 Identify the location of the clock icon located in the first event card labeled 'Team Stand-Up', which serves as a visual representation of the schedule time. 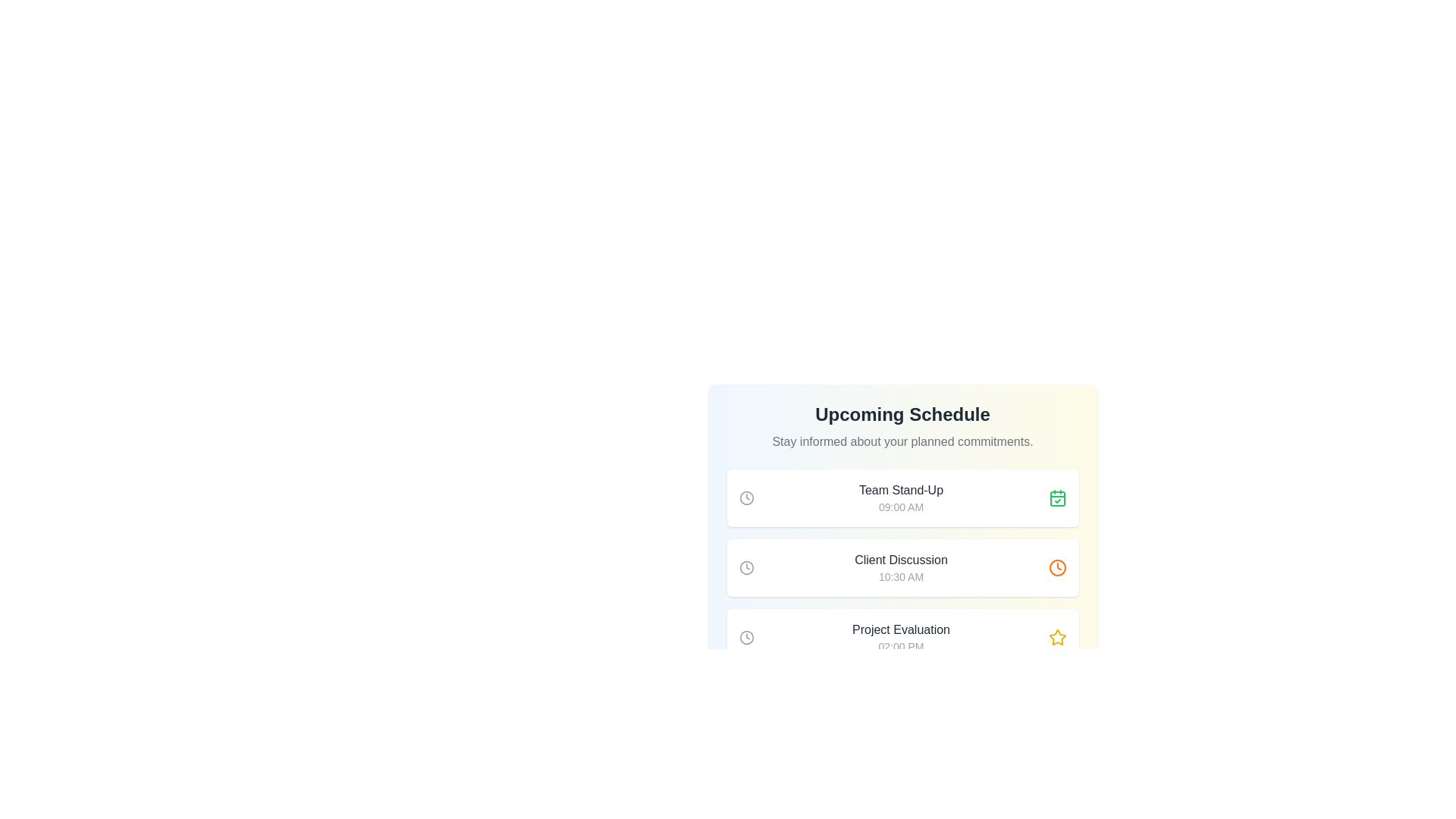
(746, 497).